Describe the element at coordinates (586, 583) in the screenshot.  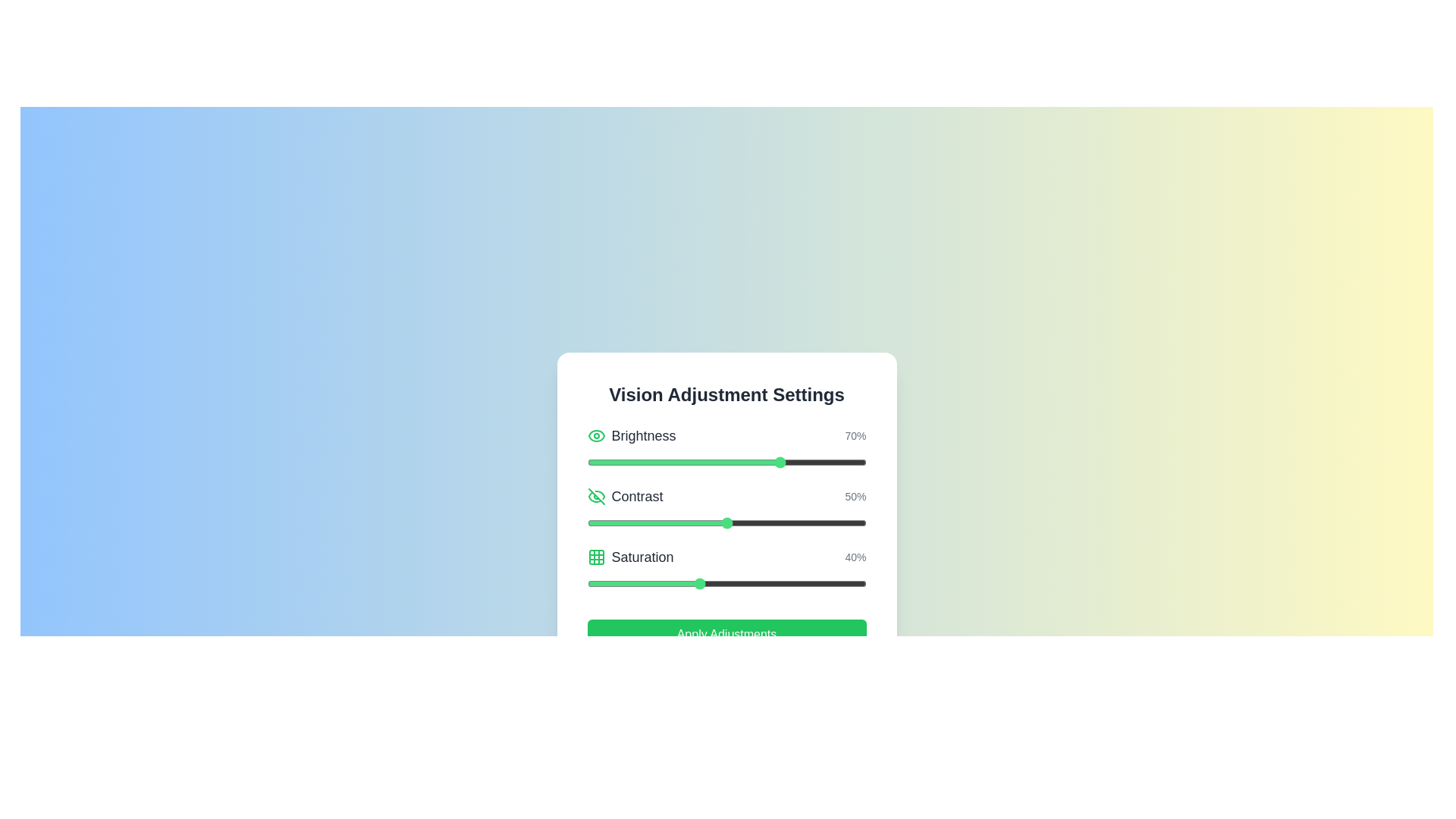
I see `the saturation slider to set the saturation level to 0%` at that location.